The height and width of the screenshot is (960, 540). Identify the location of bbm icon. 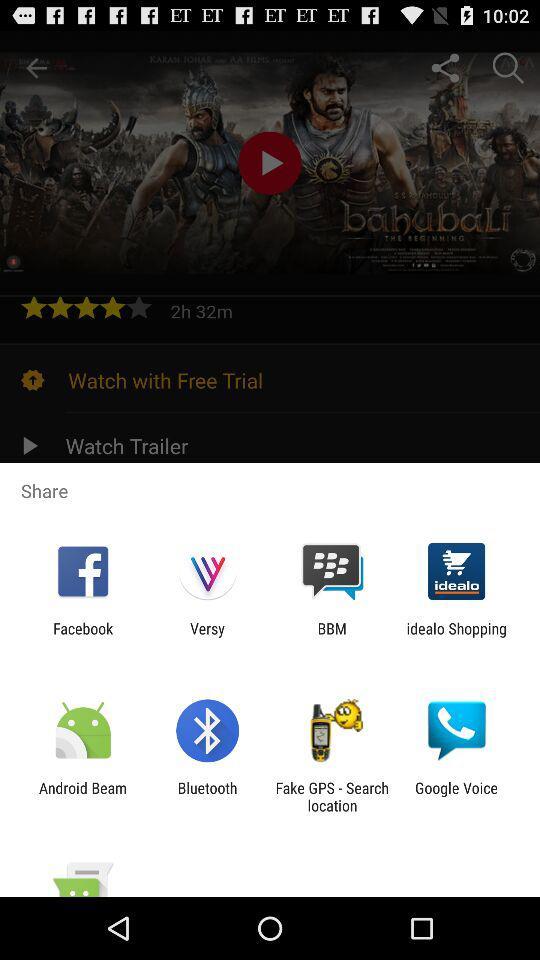
(332, 636).